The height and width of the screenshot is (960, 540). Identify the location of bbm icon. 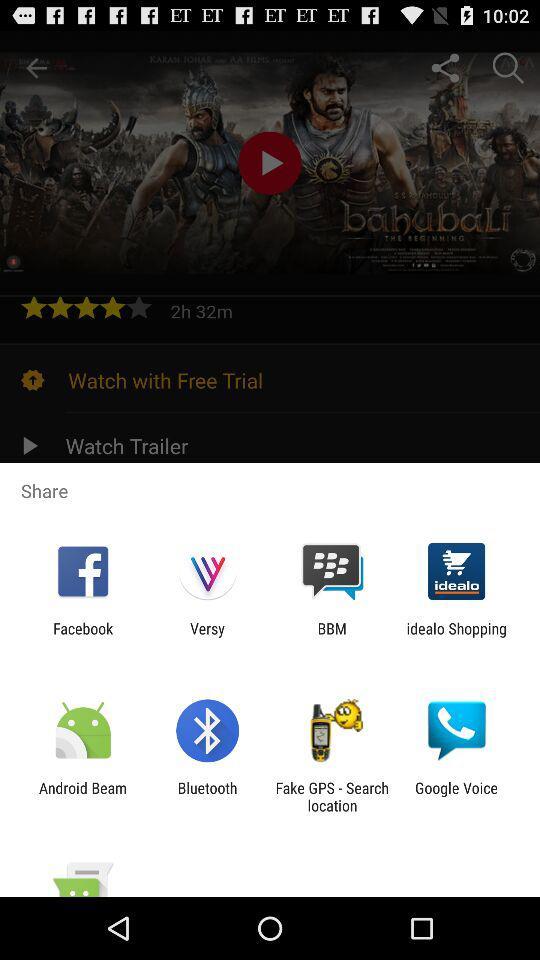
(332, 636).